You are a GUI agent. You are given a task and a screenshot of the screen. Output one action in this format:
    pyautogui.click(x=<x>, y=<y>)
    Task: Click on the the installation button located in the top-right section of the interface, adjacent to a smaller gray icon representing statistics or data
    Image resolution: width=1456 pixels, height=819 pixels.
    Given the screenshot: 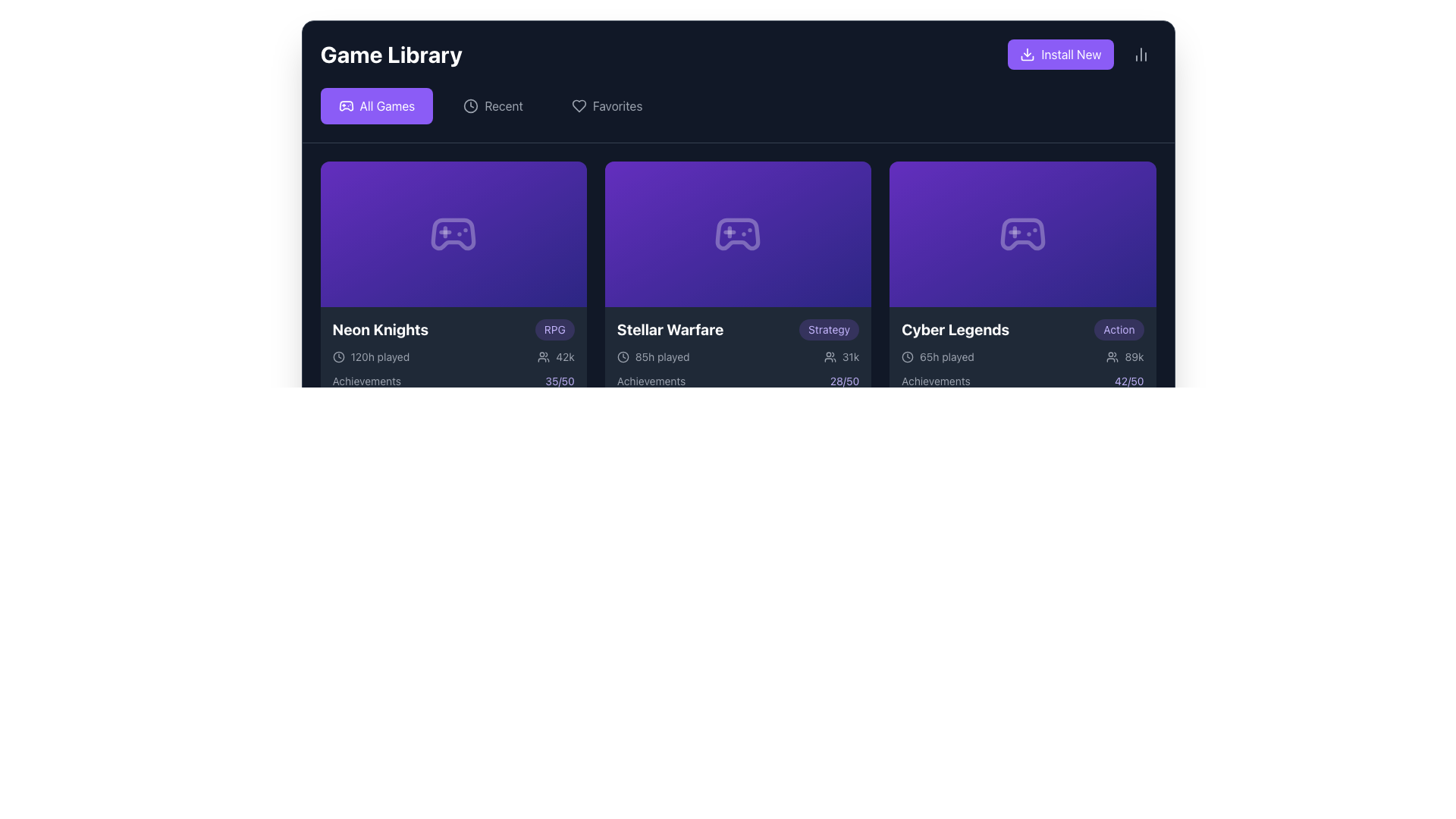 What is the action you would take?
    pyautogui.click(x=1081, y=54)
    